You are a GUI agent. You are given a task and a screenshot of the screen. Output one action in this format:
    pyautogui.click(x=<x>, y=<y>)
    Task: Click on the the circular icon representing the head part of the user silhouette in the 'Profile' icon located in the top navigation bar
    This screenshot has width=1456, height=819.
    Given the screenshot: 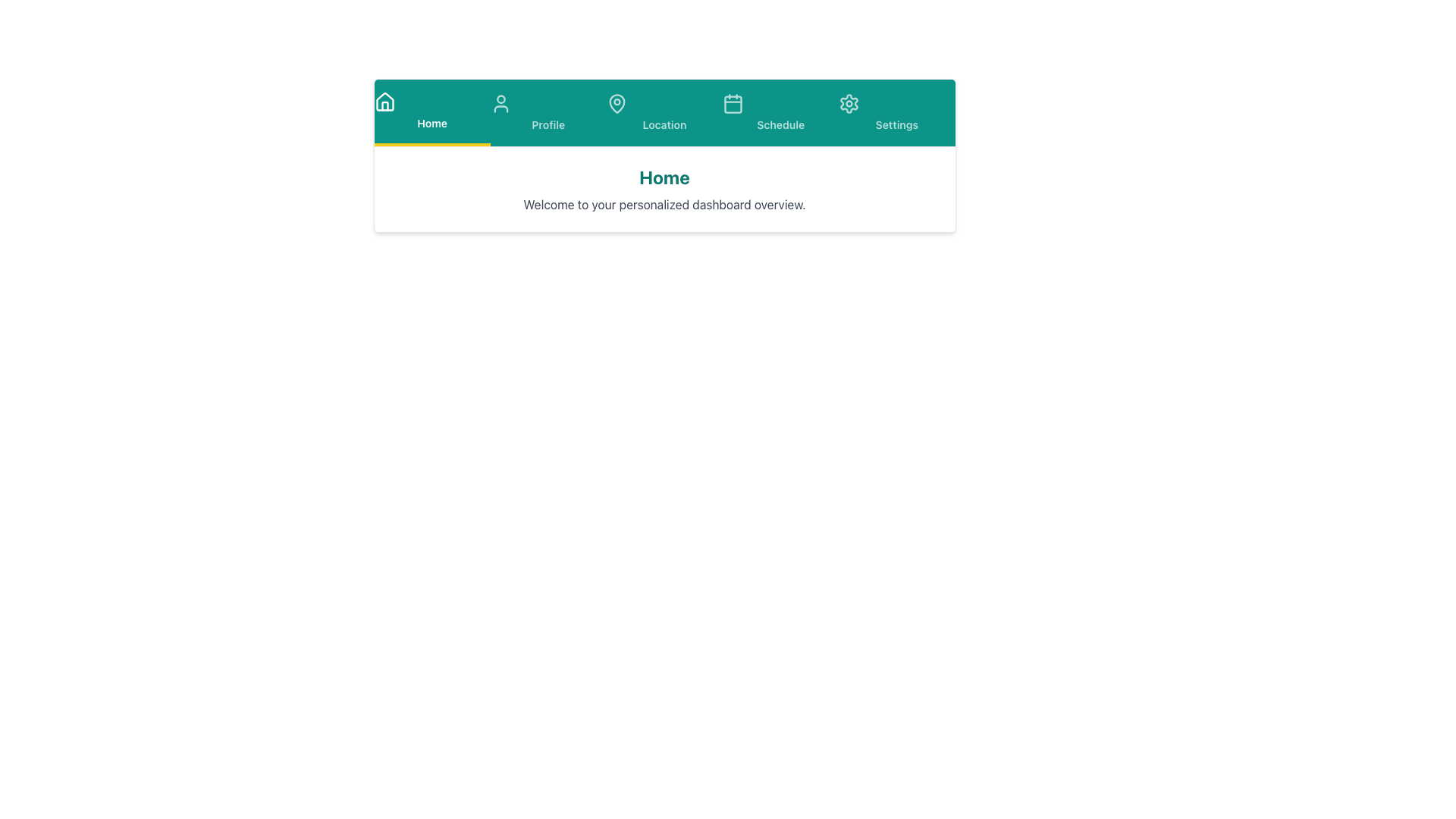 What is the action you would take?
    pyautogui.click(x=500, y=99)
    